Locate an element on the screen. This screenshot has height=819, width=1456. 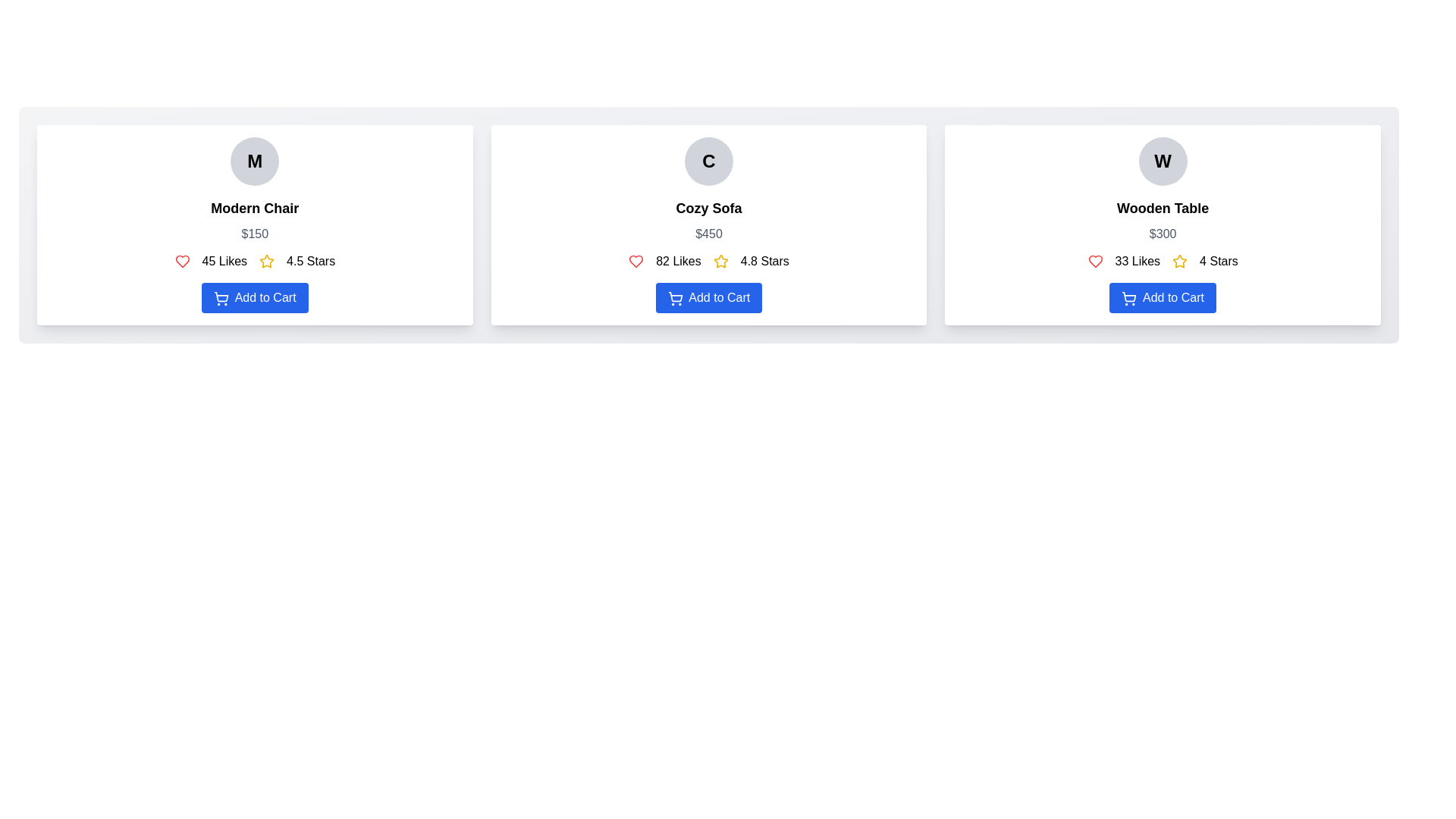
the shopping cart icon located to the left of the 'Add to Cart' button text in the third card labeled 'Wooden Table.' is located at coordinates (1129, 298).